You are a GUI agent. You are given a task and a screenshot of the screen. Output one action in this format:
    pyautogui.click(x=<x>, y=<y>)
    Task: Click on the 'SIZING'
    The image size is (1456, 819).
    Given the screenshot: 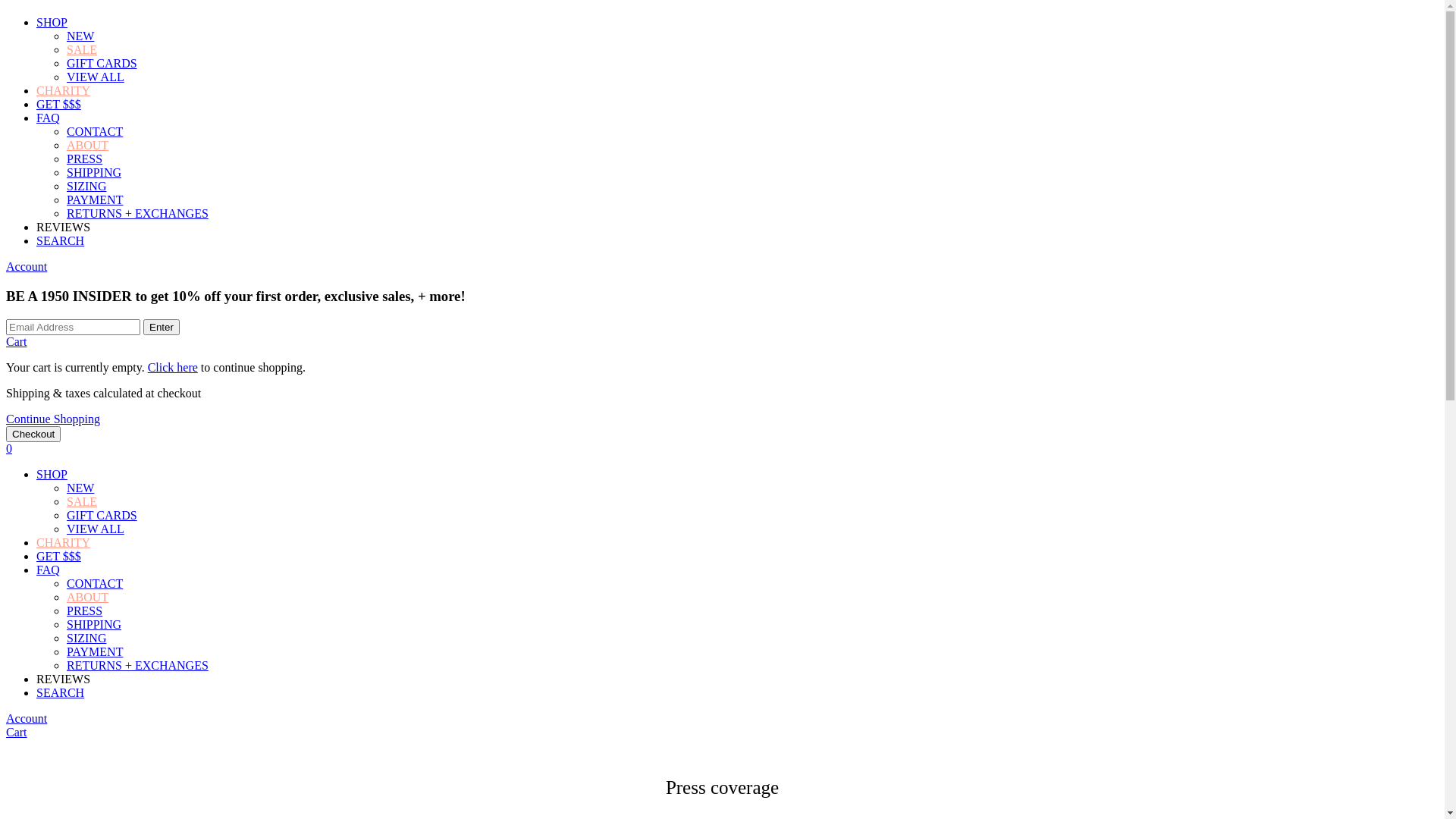 What is the action you would take?
    pyautogui.click(x=86, y=185)
    